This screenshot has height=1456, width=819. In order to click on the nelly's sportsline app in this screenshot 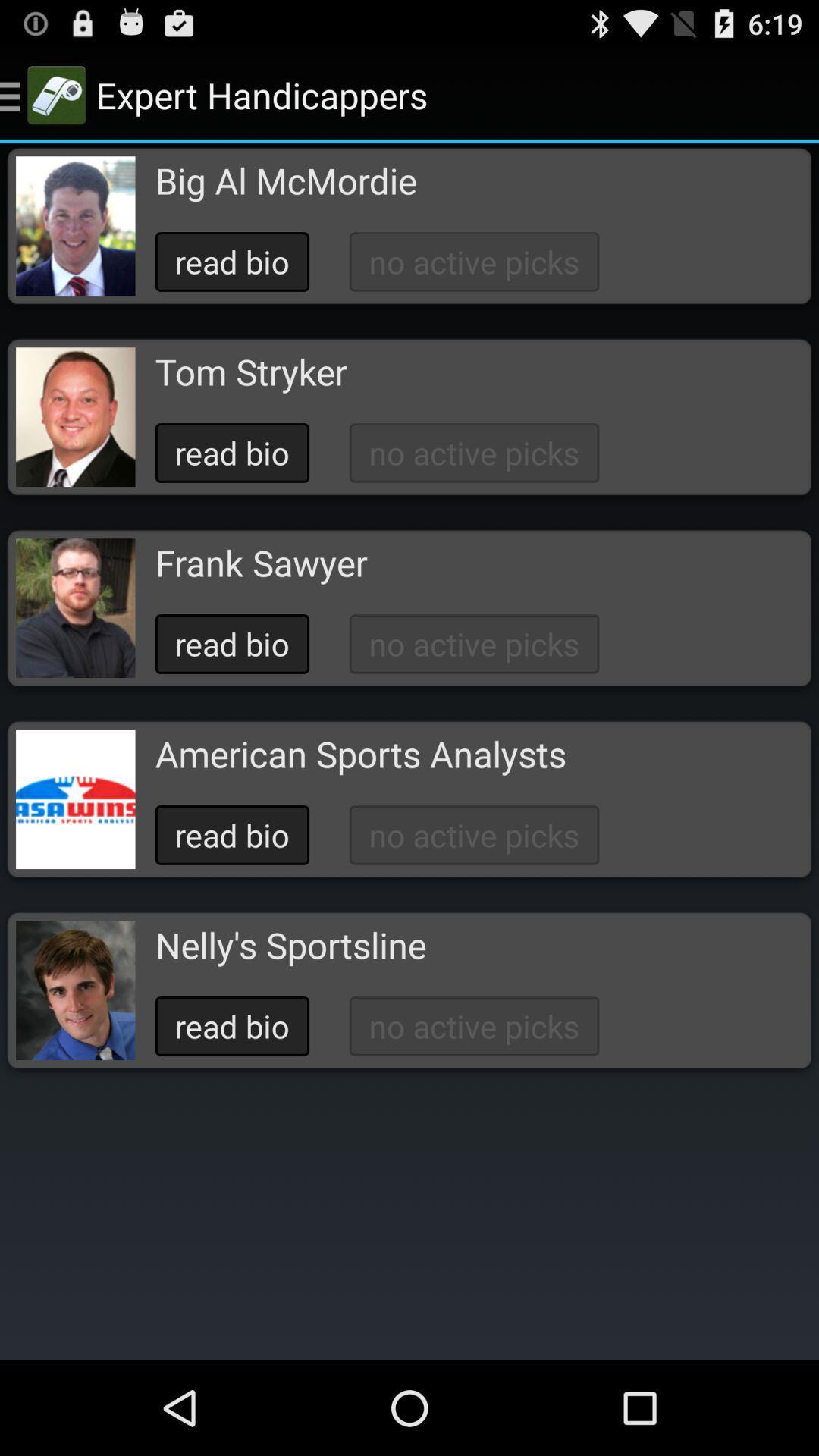, I will do `click(290, 944)`.